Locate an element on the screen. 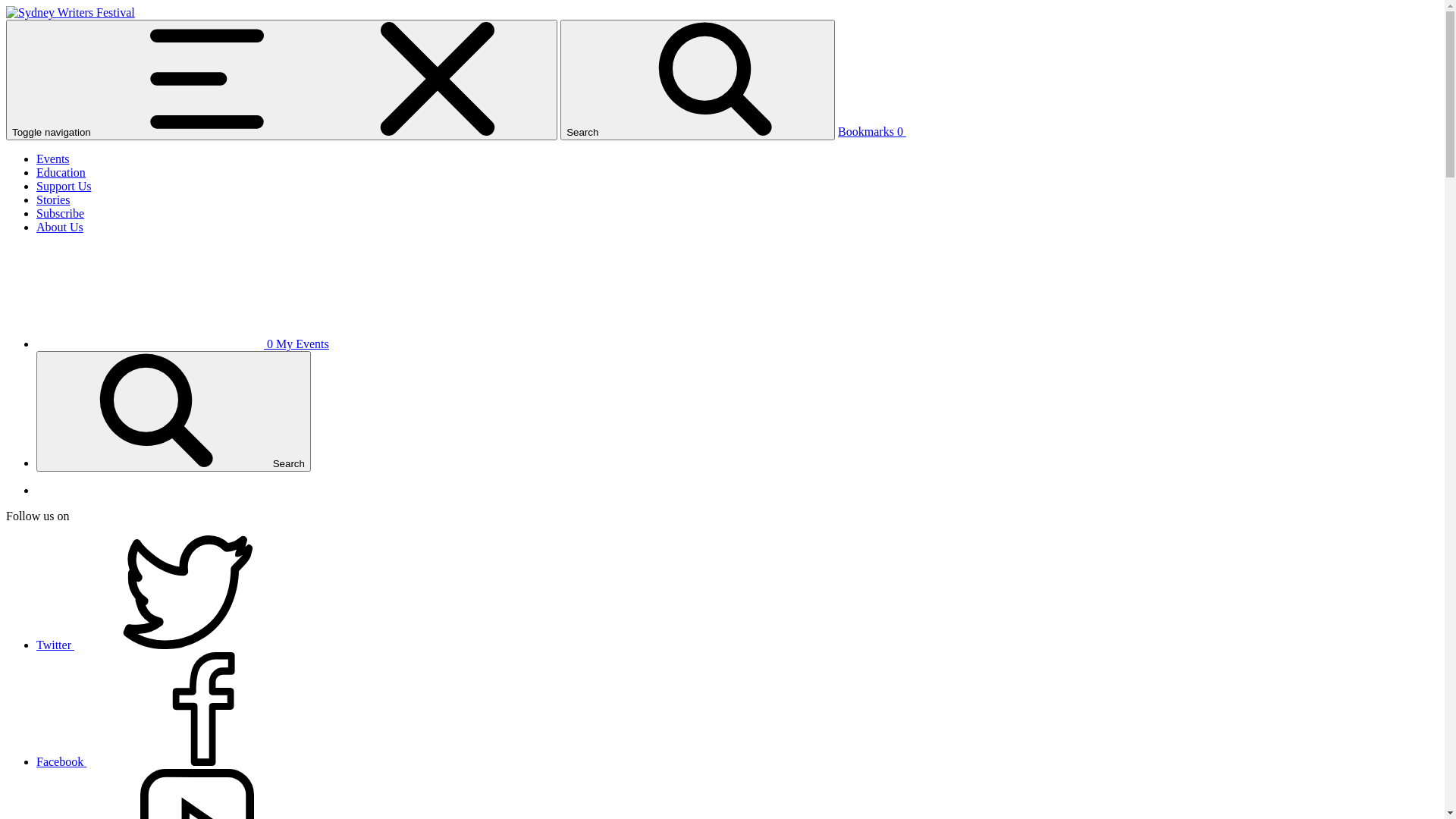  '0 My Events' is located at coordinates (182, 344).